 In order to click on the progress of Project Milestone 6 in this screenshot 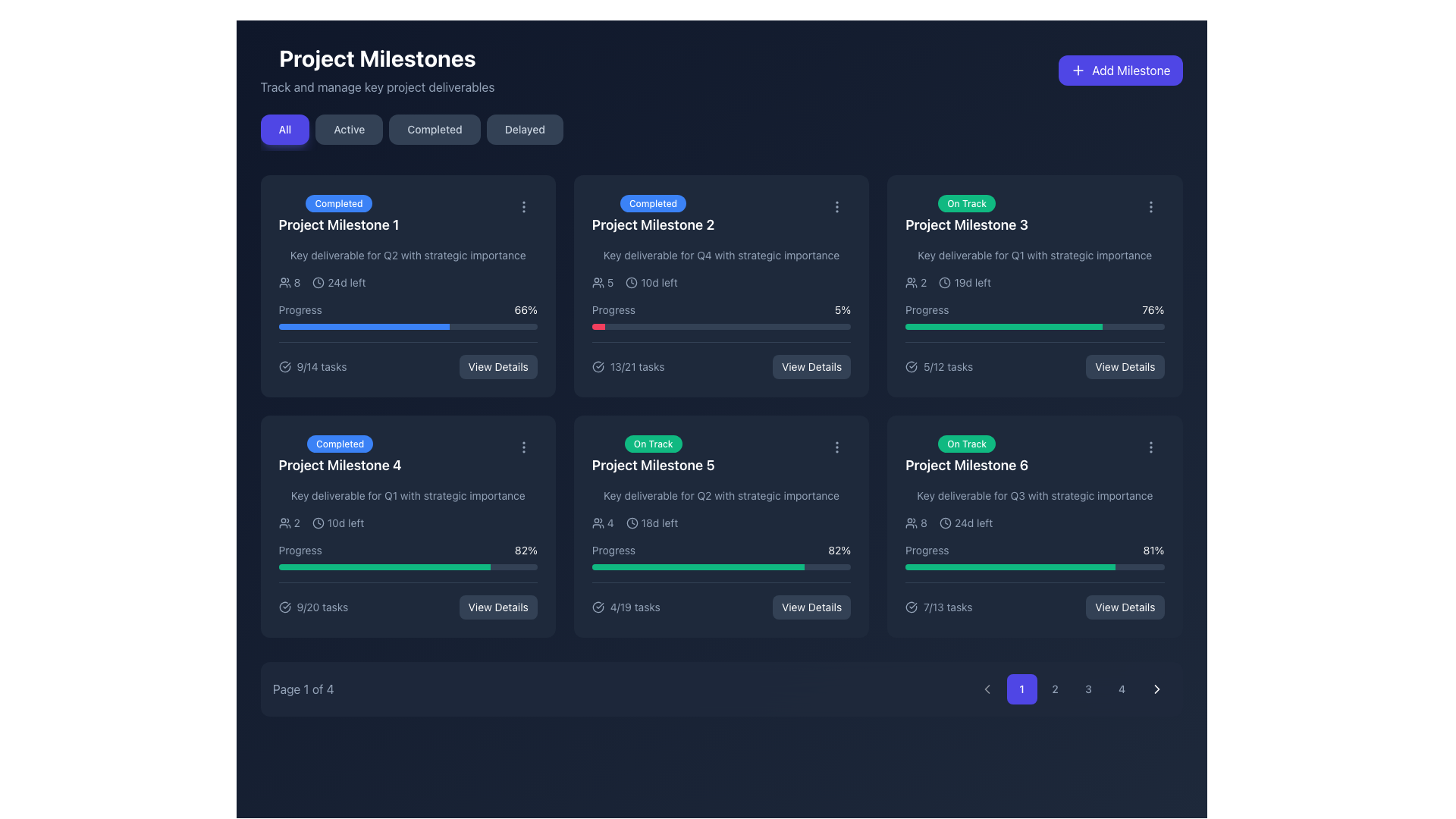, I will do `click(1108, 567)`.